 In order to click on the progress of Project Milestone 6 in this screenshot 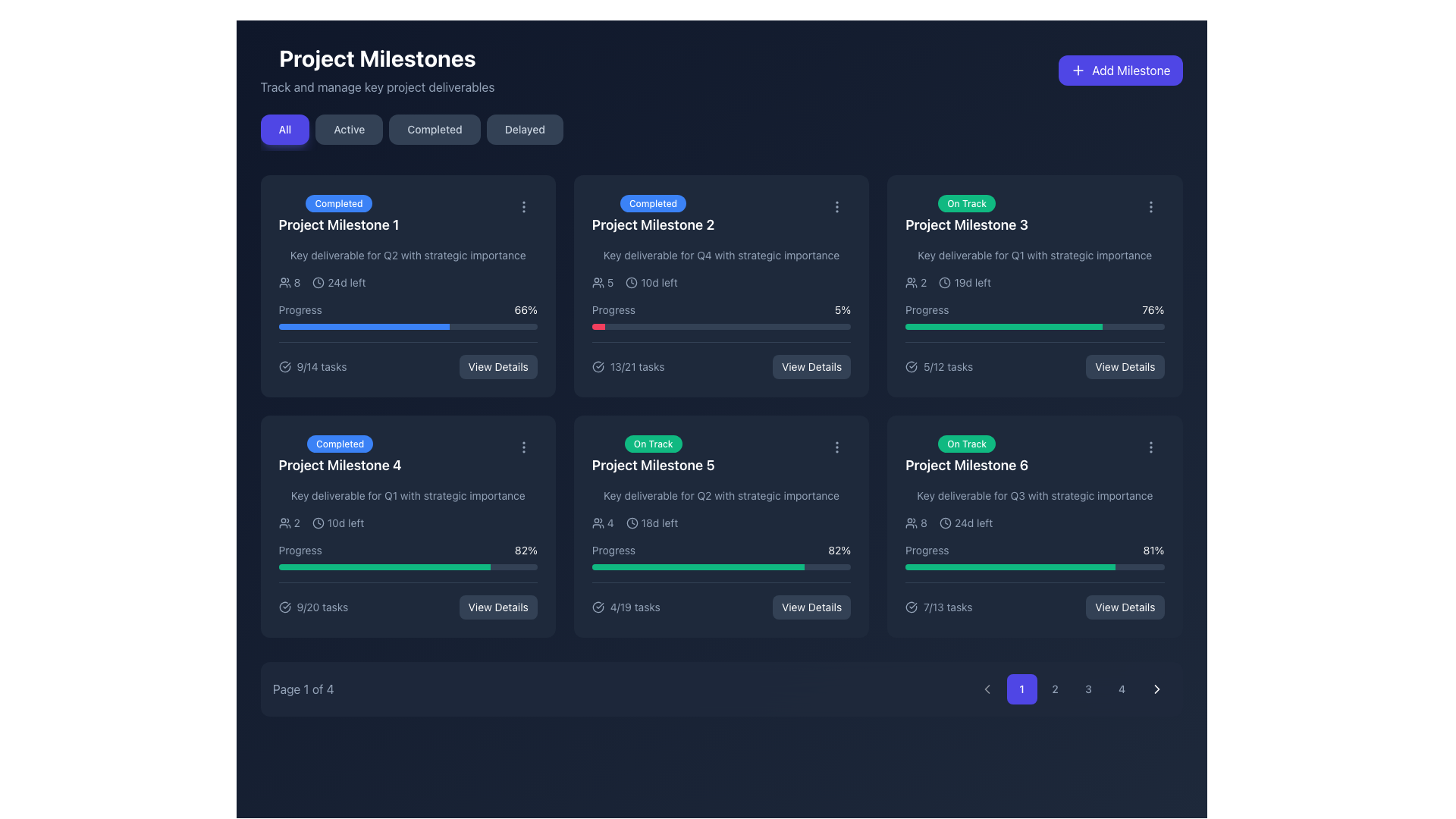, I will do `click(1108, 567)`.